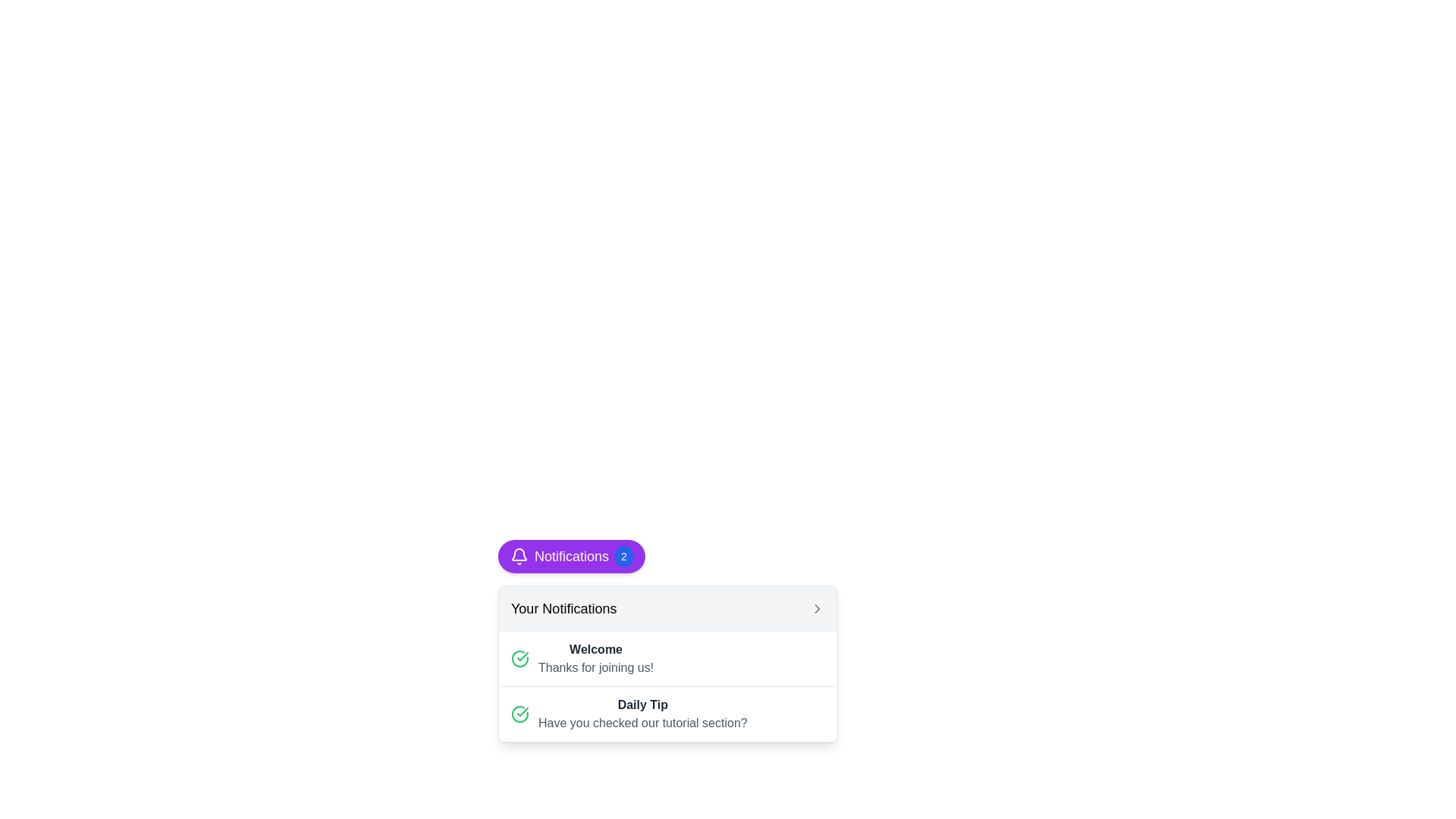  Describe the element at coordinates (642, 714) in the screenshot. I see `the static notification text block located beneath the 'Welcome' notification in the dropdown panel` at that location.